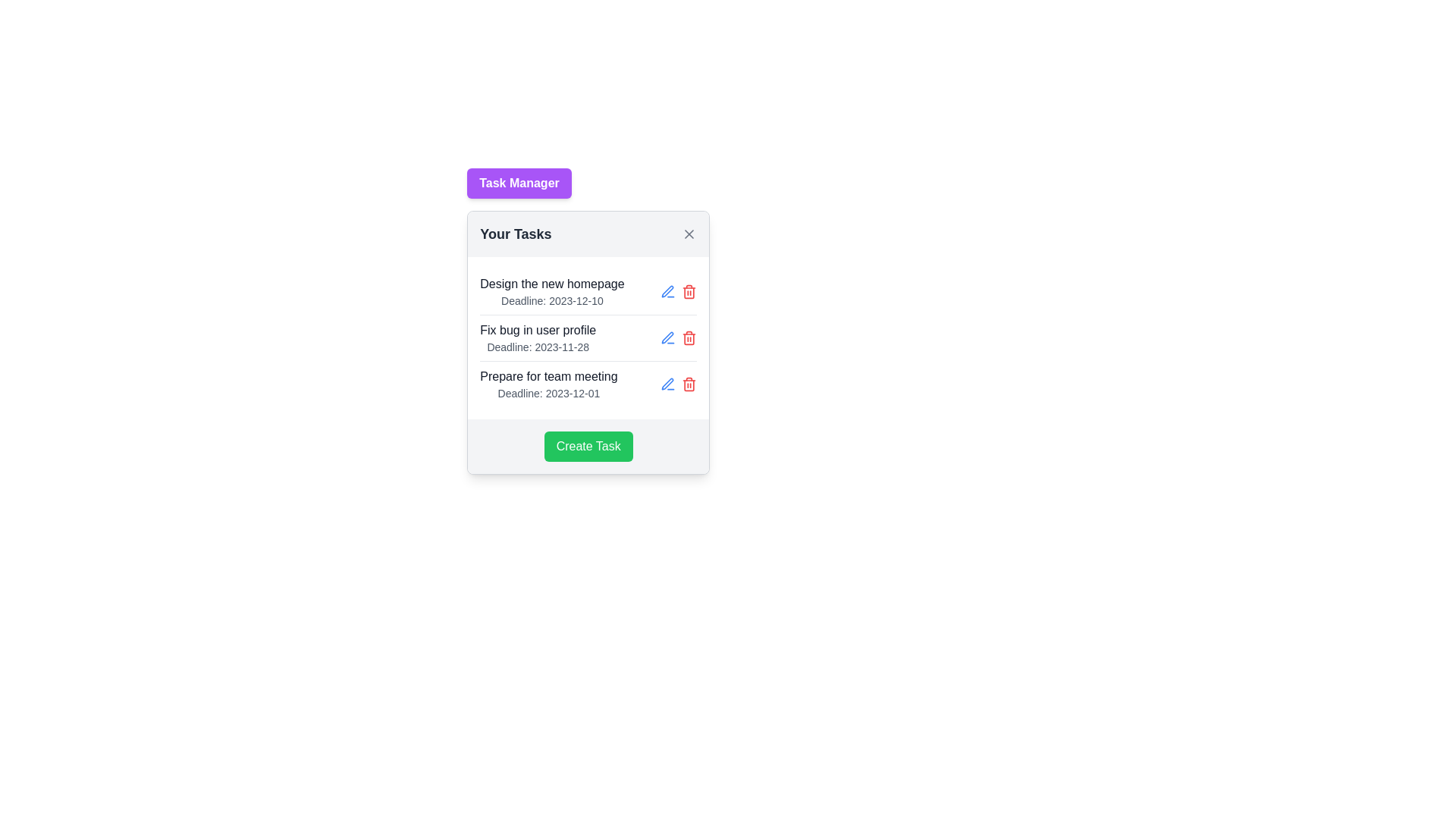  I want to click on the topmost text label for the first task entry in the 'Your Tasks' section, which describes the task's main objective, so click(551, 284).